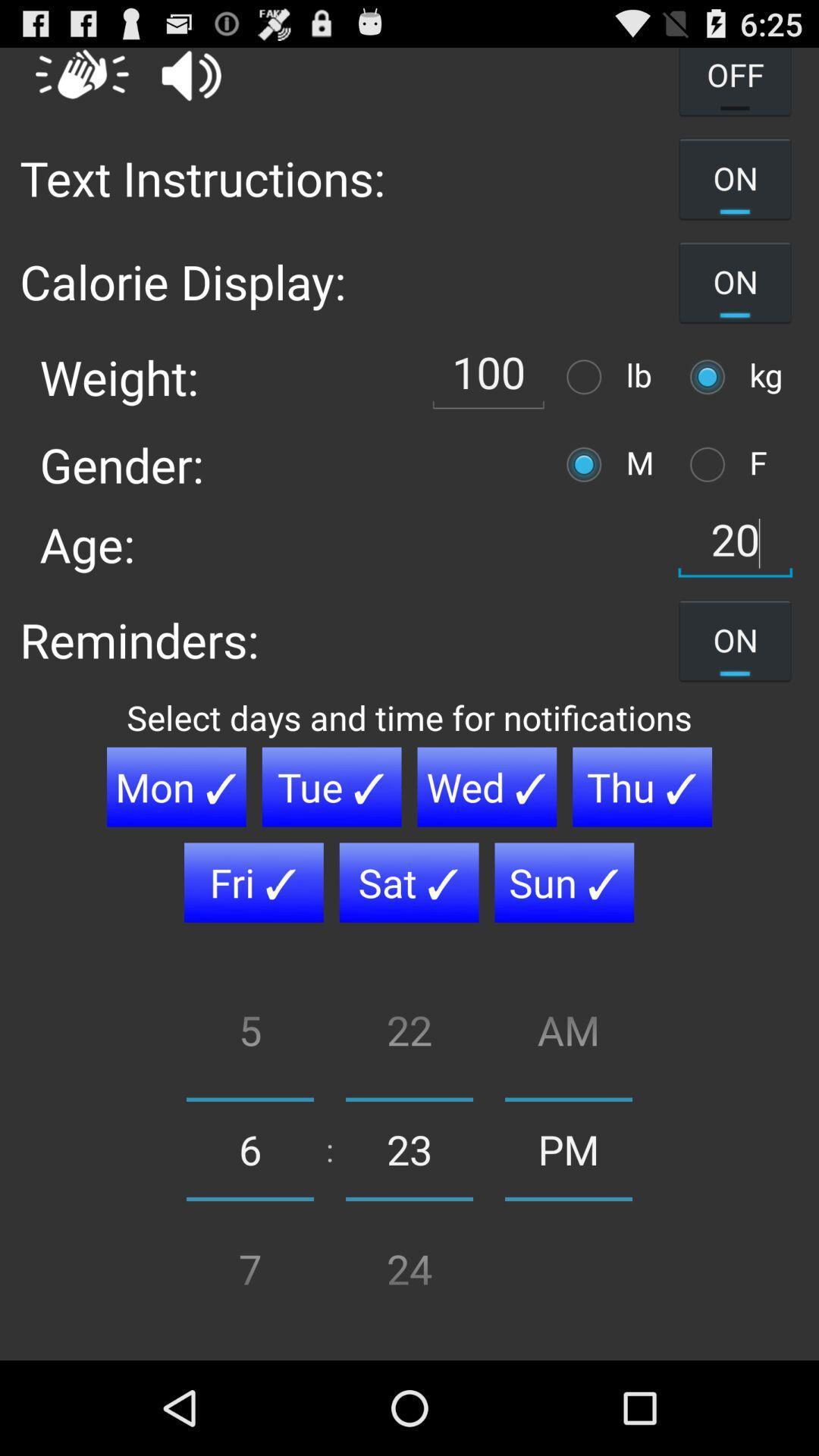  What do you see at coordinates (711, 463) in the screenshot?
I see `gender selection` at bounding box center [711, 463].